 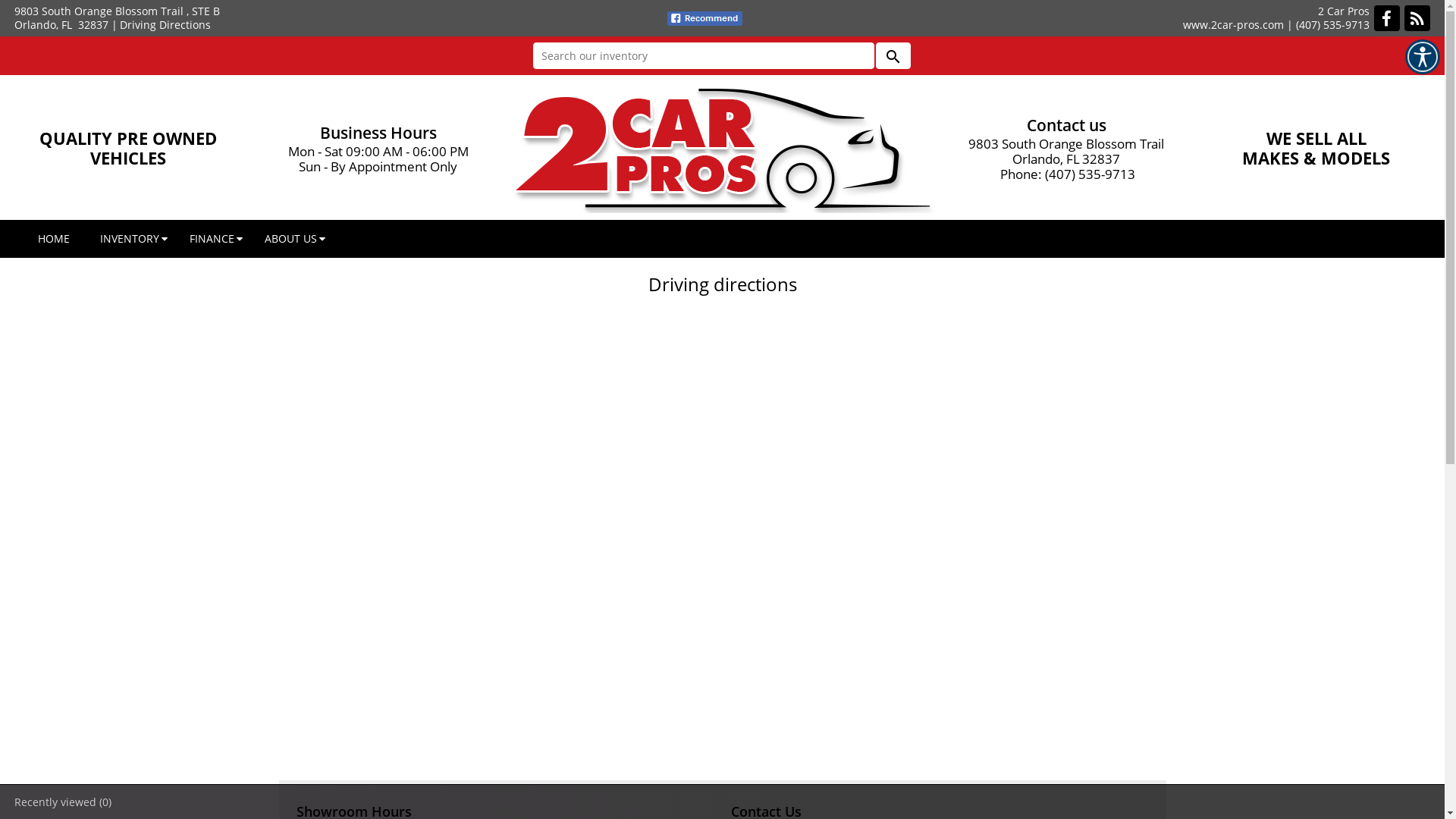 I want to click on '(407) 535-9713', so click(x=1332, y=24).